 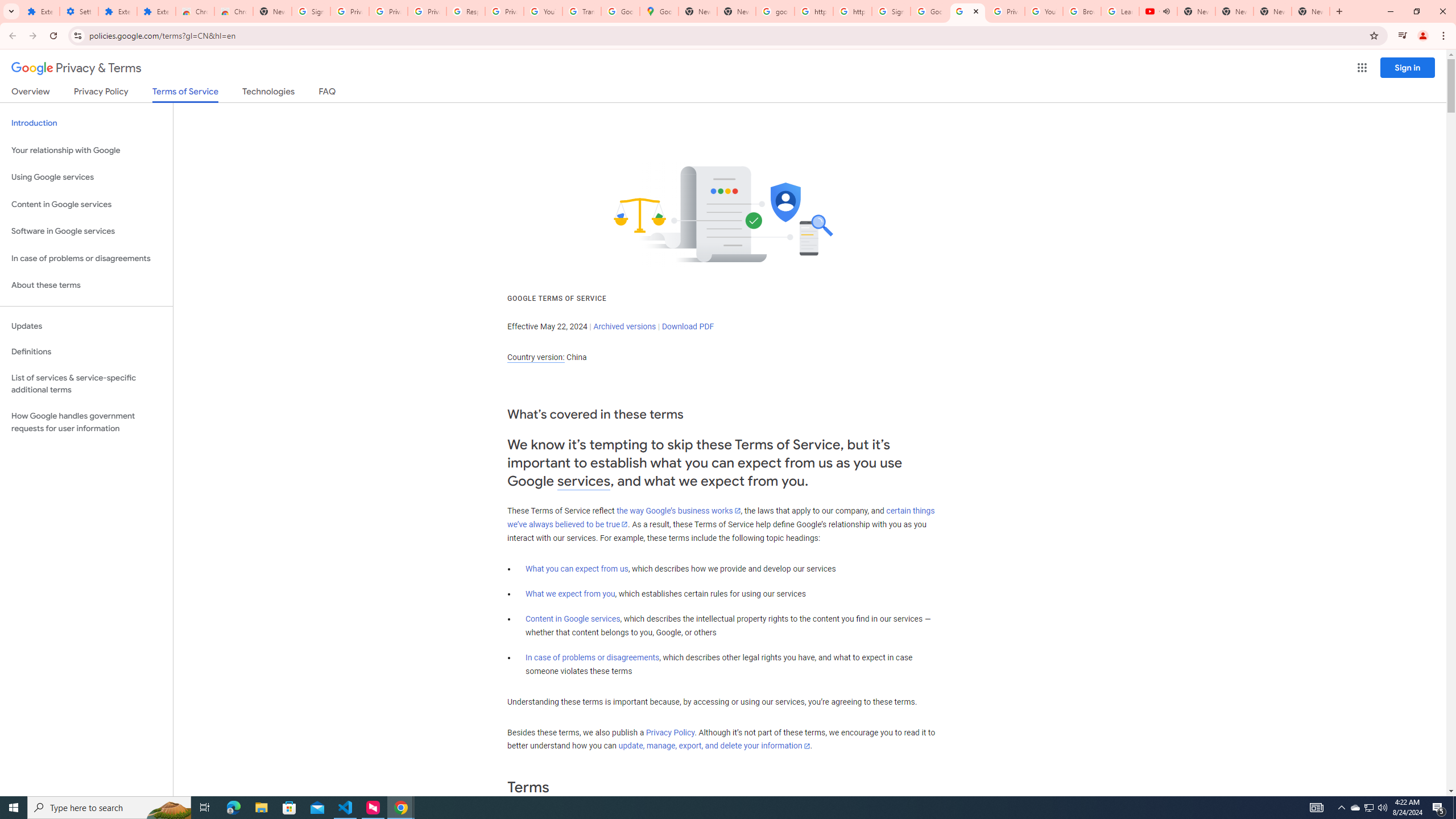 I want to click on 'https://scholar.google.com/', so click(x=851, y=11).